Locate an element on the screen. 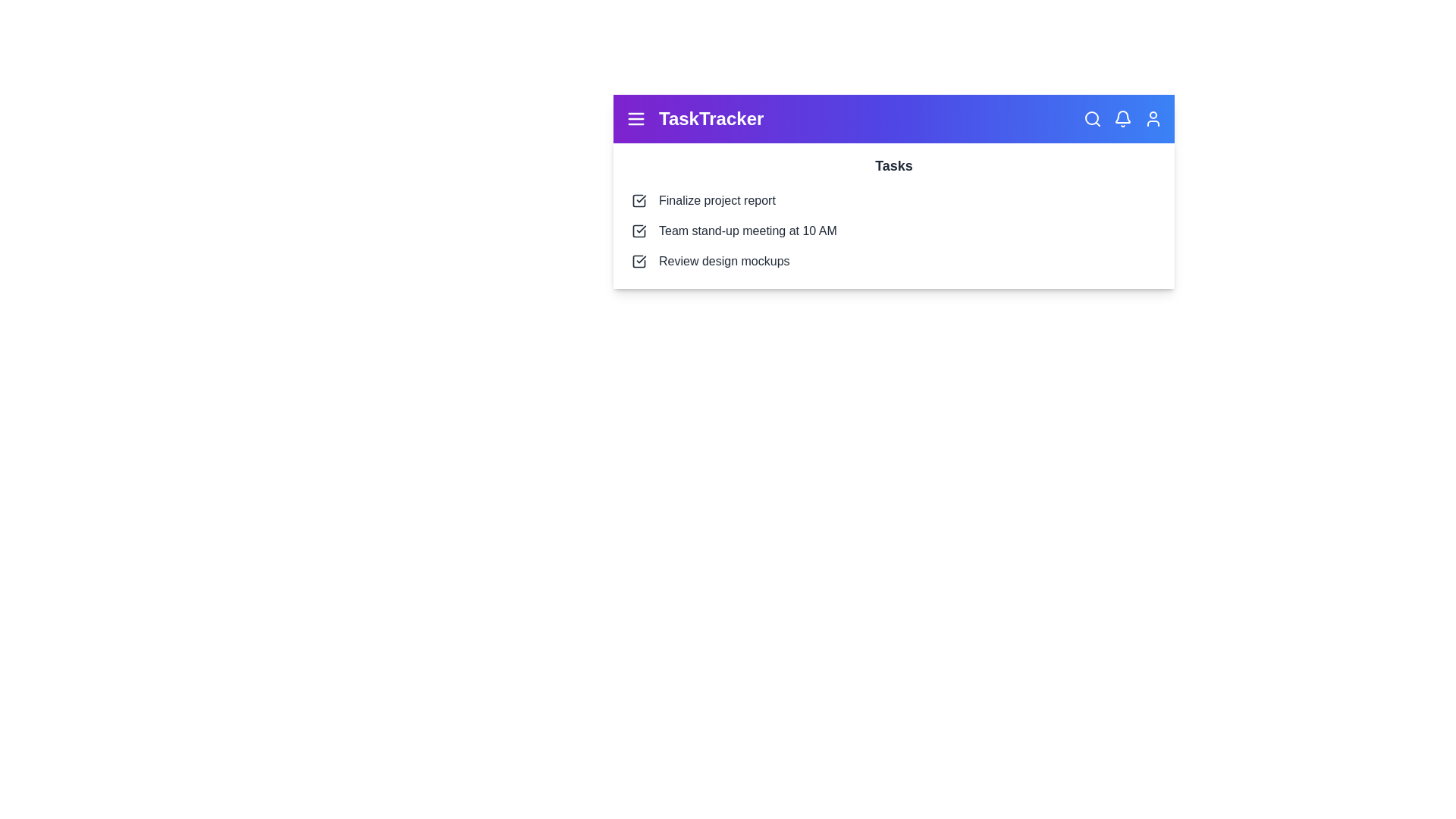 The height and width of the screenshot is (819, 1456). the menu icon to toggle the dropdown menu is located at coordinates (636, 118).